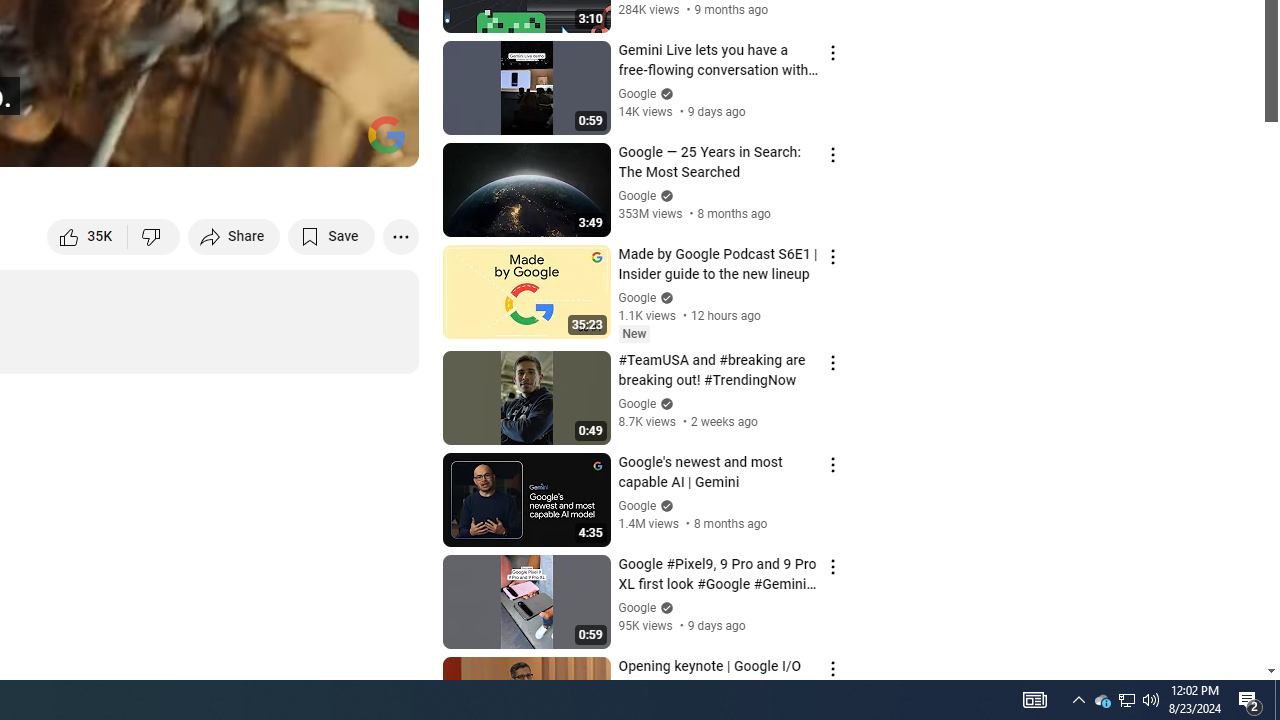 The height and width of the screenshot is (720, 1280). What do you see at coordinates (234, 235) in the screenshot?
I see `'Share'` at bounding box center [234, 235].